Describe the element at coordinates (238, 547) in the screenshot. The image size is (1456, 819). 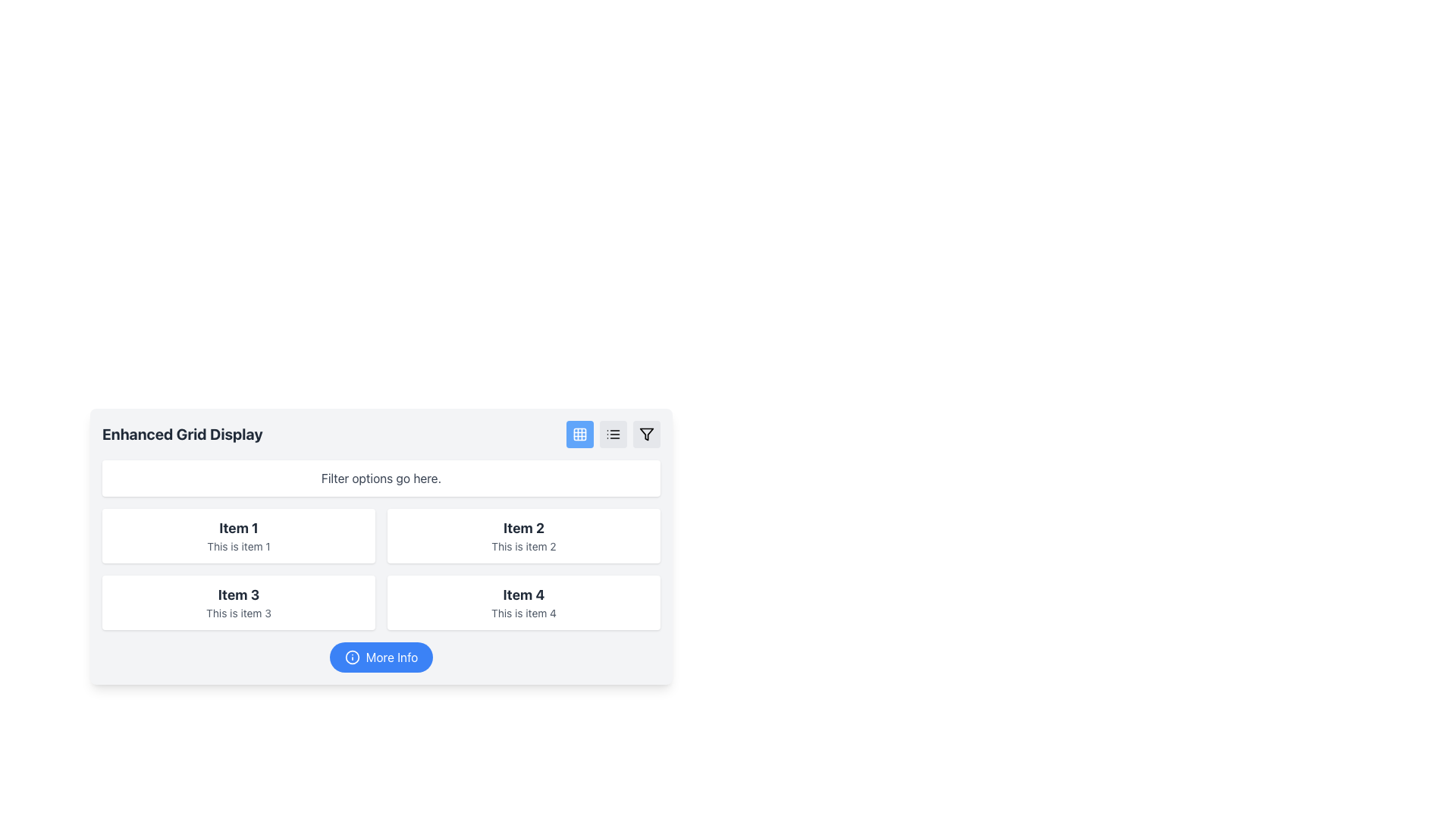
I see `descriptive text label located below the bold title of the 'Item 1' card in the second row of a 2x2 grid layout` at that location.